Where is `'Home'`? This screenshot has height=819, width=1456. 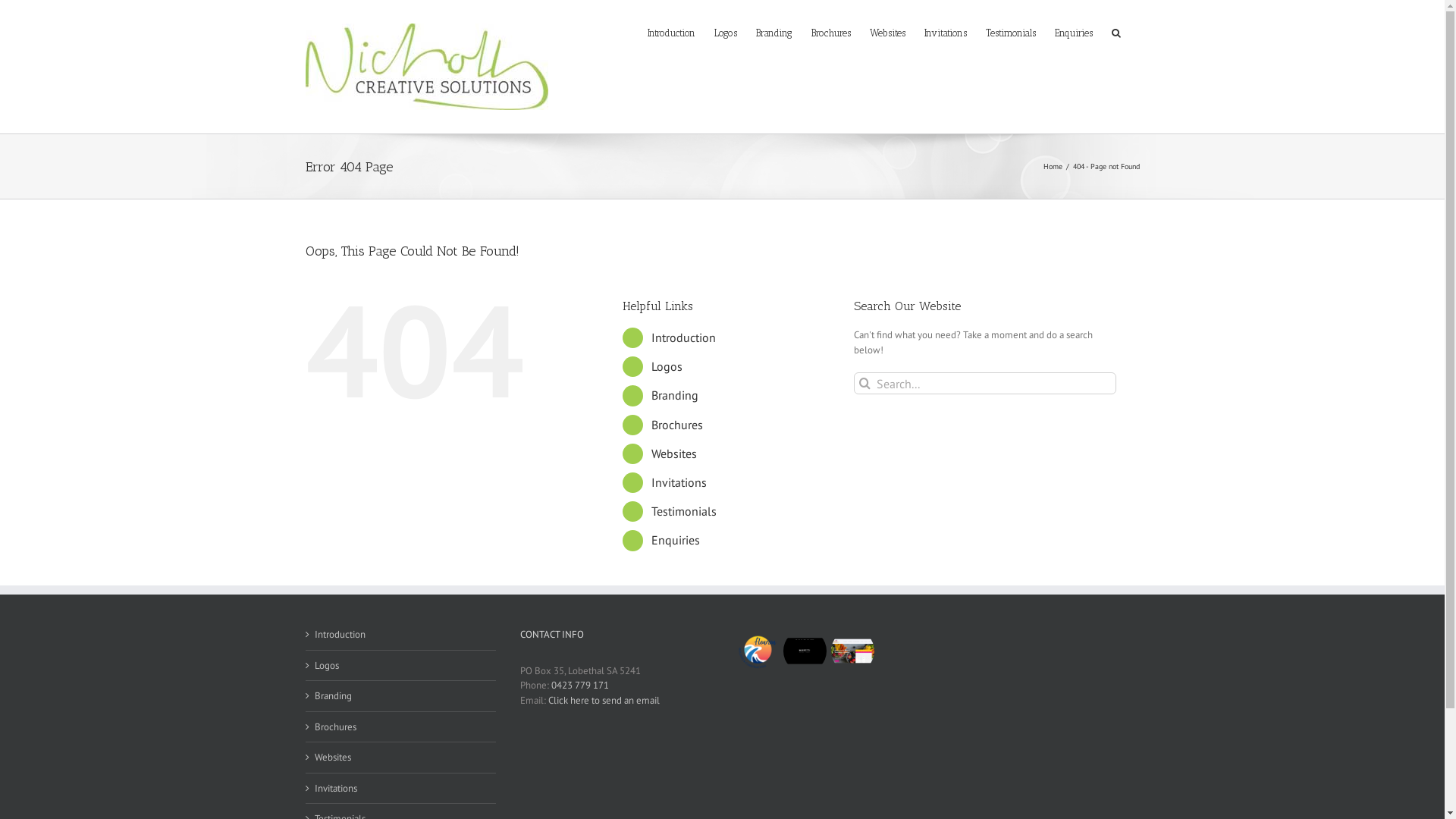
'Home' is located at coordinates (1052, 166).